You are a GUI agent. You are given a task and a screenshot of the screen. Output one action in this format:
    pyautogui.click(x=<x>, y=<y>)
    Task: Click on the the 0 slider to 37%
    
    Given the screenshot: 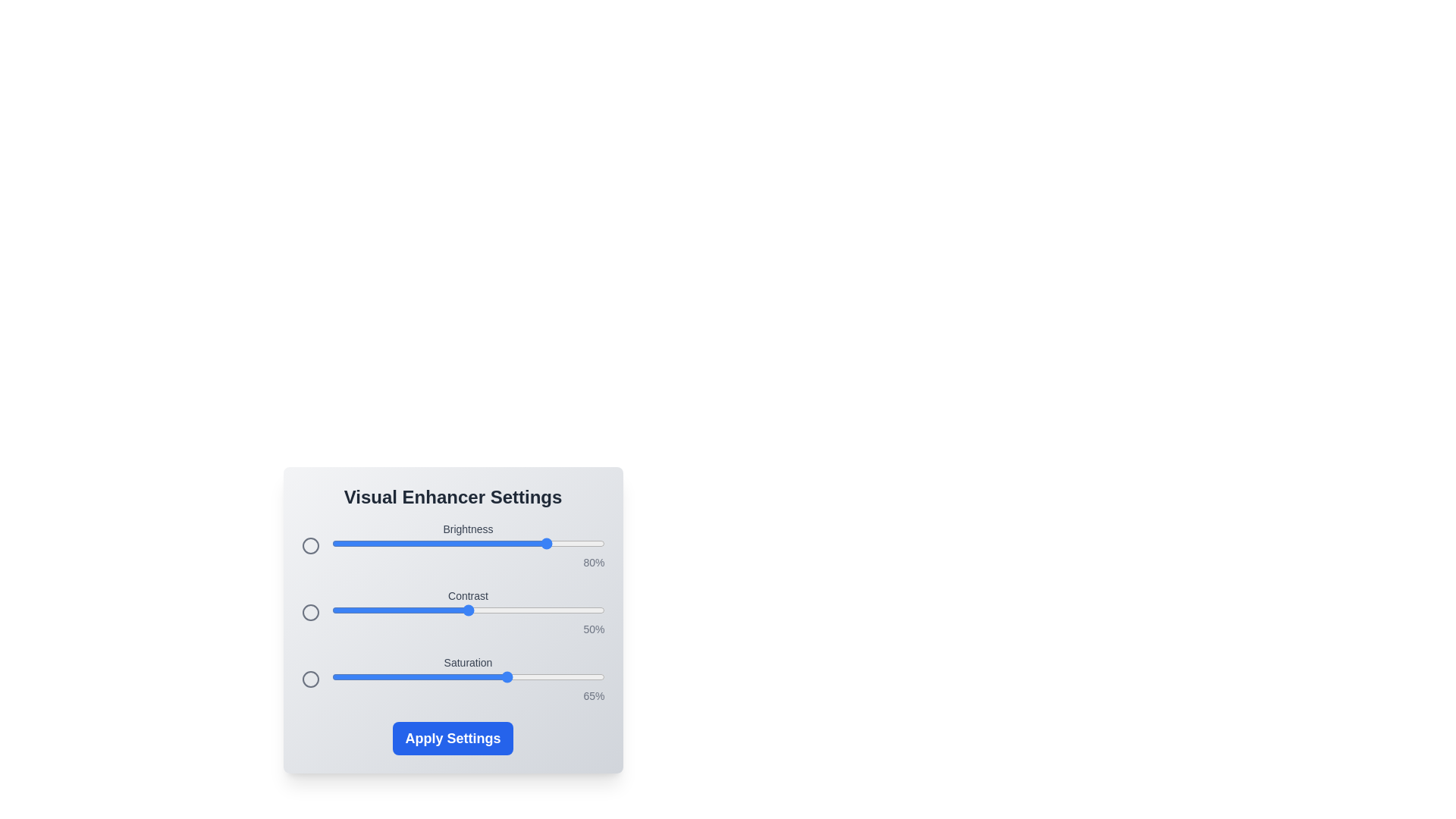 What is the action you would take?
    pyautogui.click(x=431, y=543)
    